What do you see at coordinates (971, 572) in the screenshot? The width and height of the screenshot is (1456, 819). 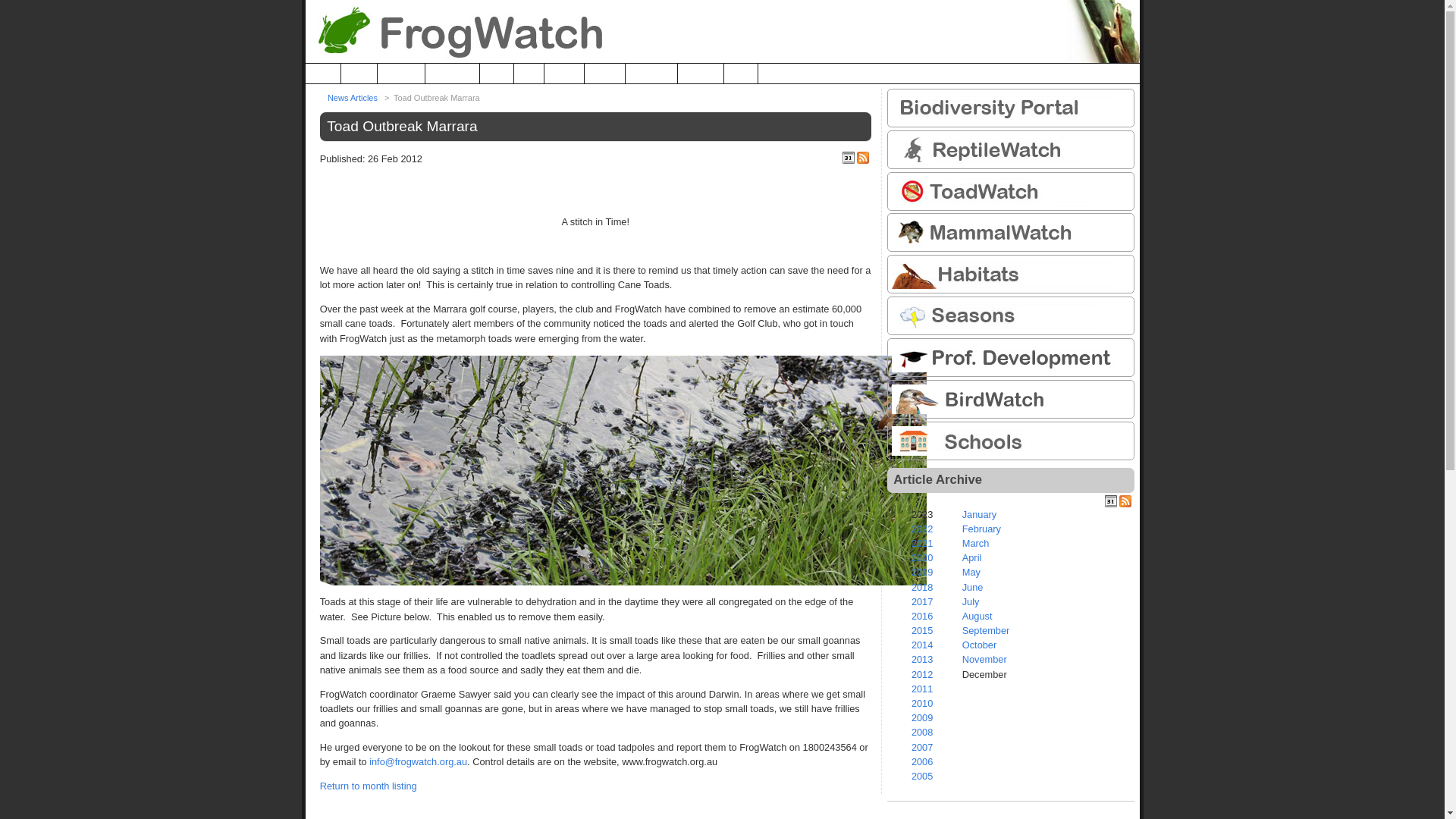 I see `'May'` at bounding box center [971, 572].